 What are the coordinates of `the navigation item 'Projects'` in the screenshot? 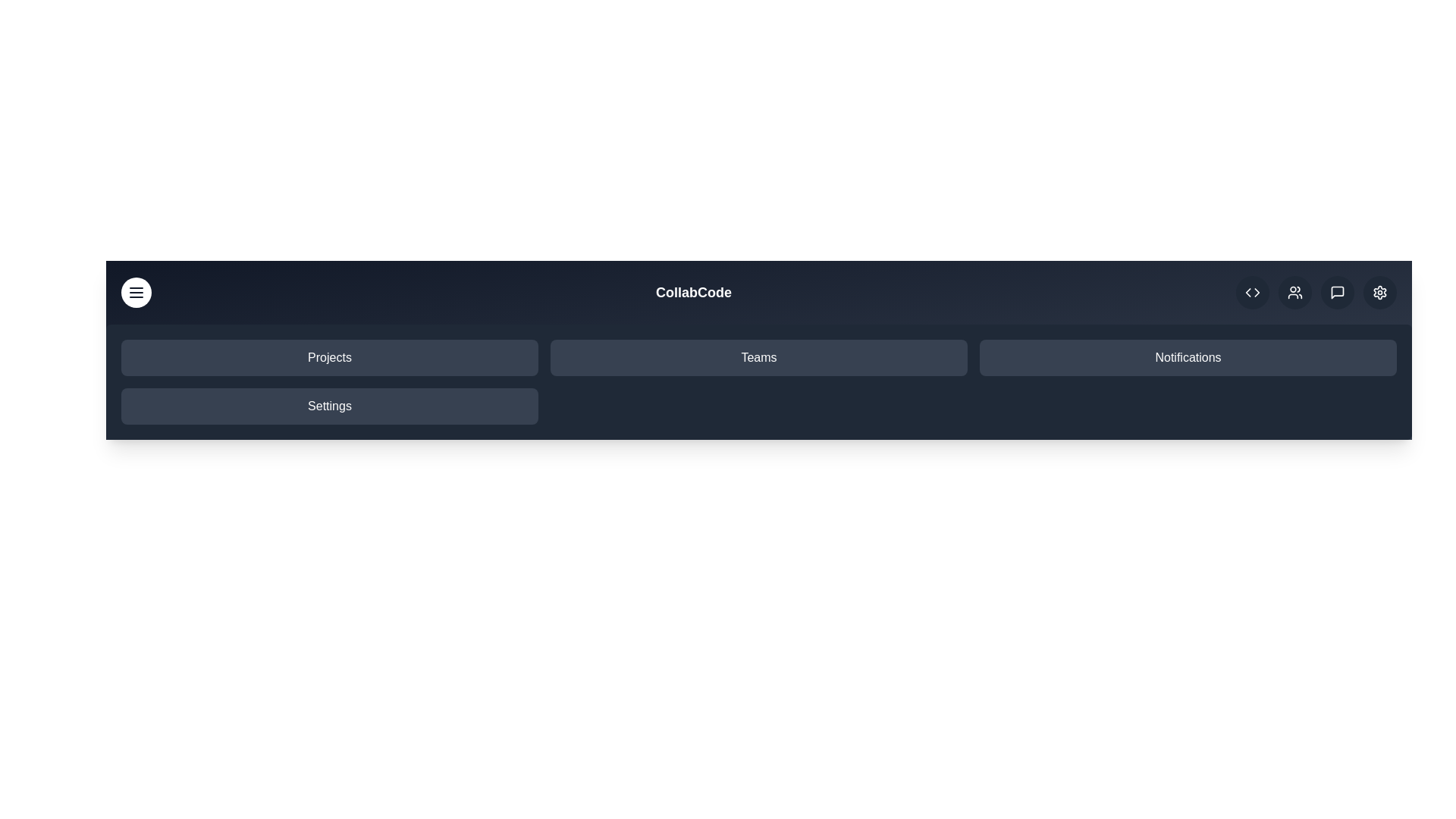 It's located at (329, 357).